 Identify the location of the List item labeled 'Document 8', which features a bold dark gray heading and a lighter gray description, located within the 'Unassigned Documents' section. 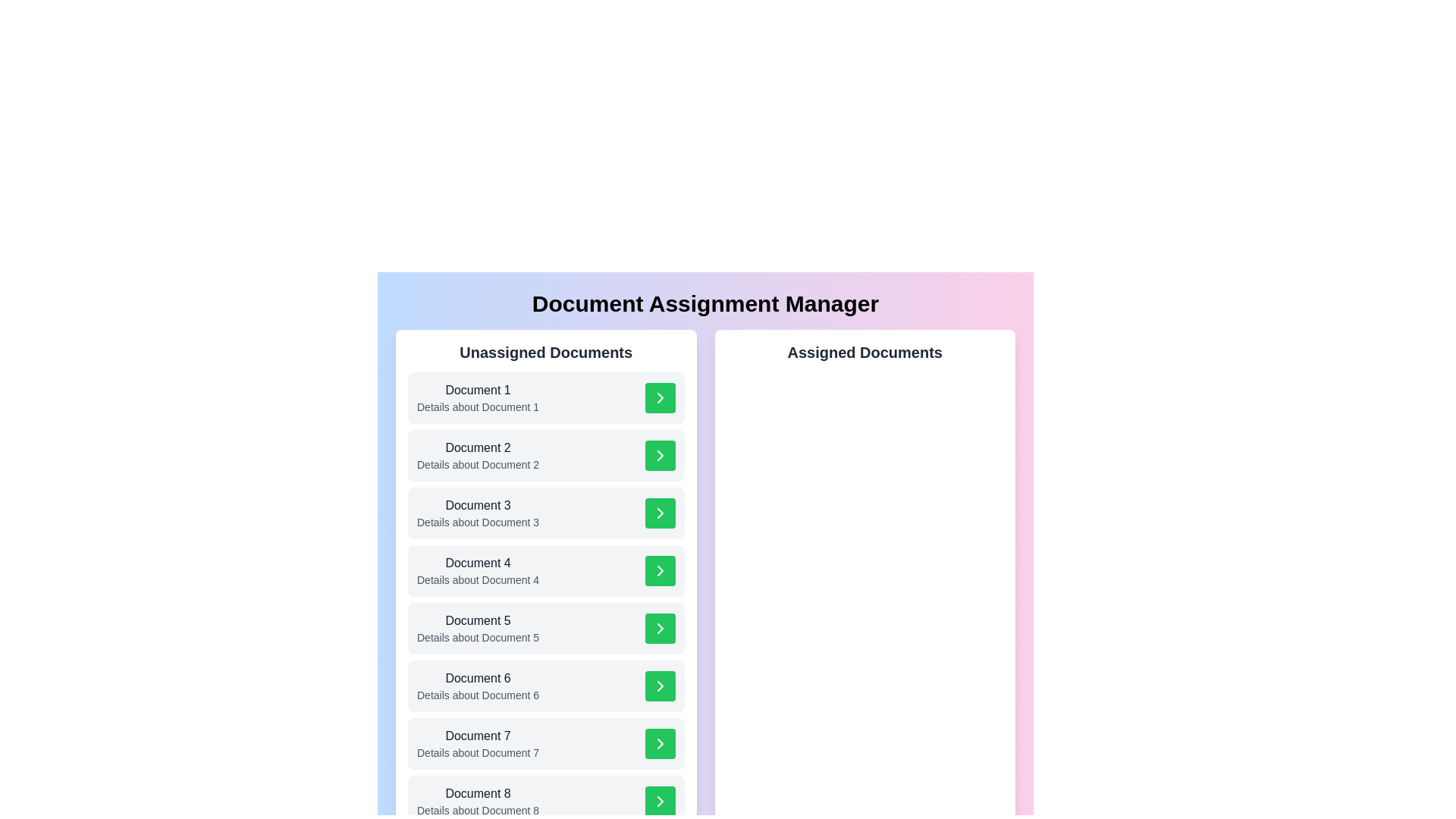
(477, 800).